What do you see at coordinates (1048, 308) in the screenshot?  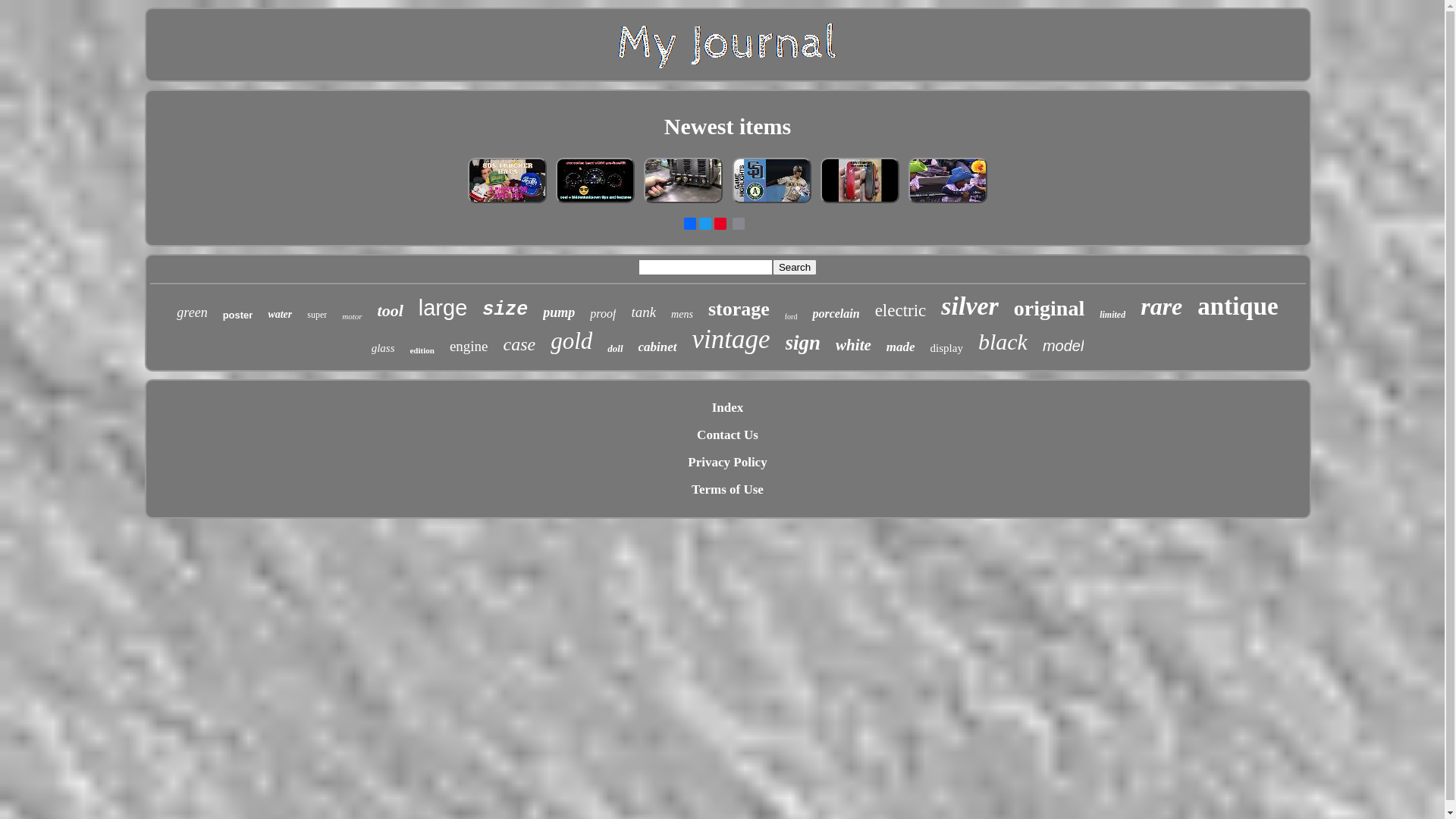 I see `'original'` at bounding box center [1048, 308].